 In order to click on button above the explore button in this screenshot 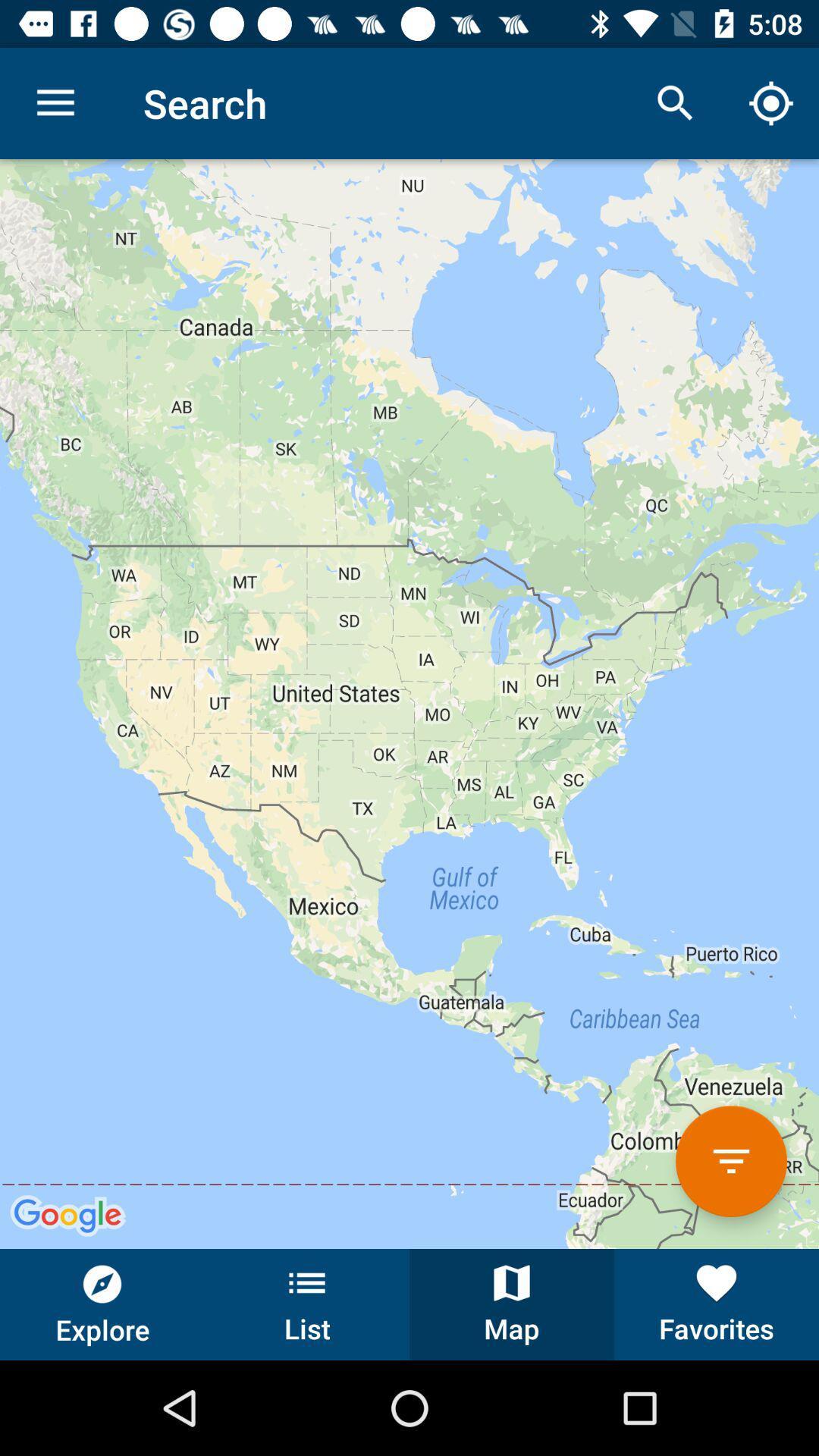, I will do `click(409, 703)`.